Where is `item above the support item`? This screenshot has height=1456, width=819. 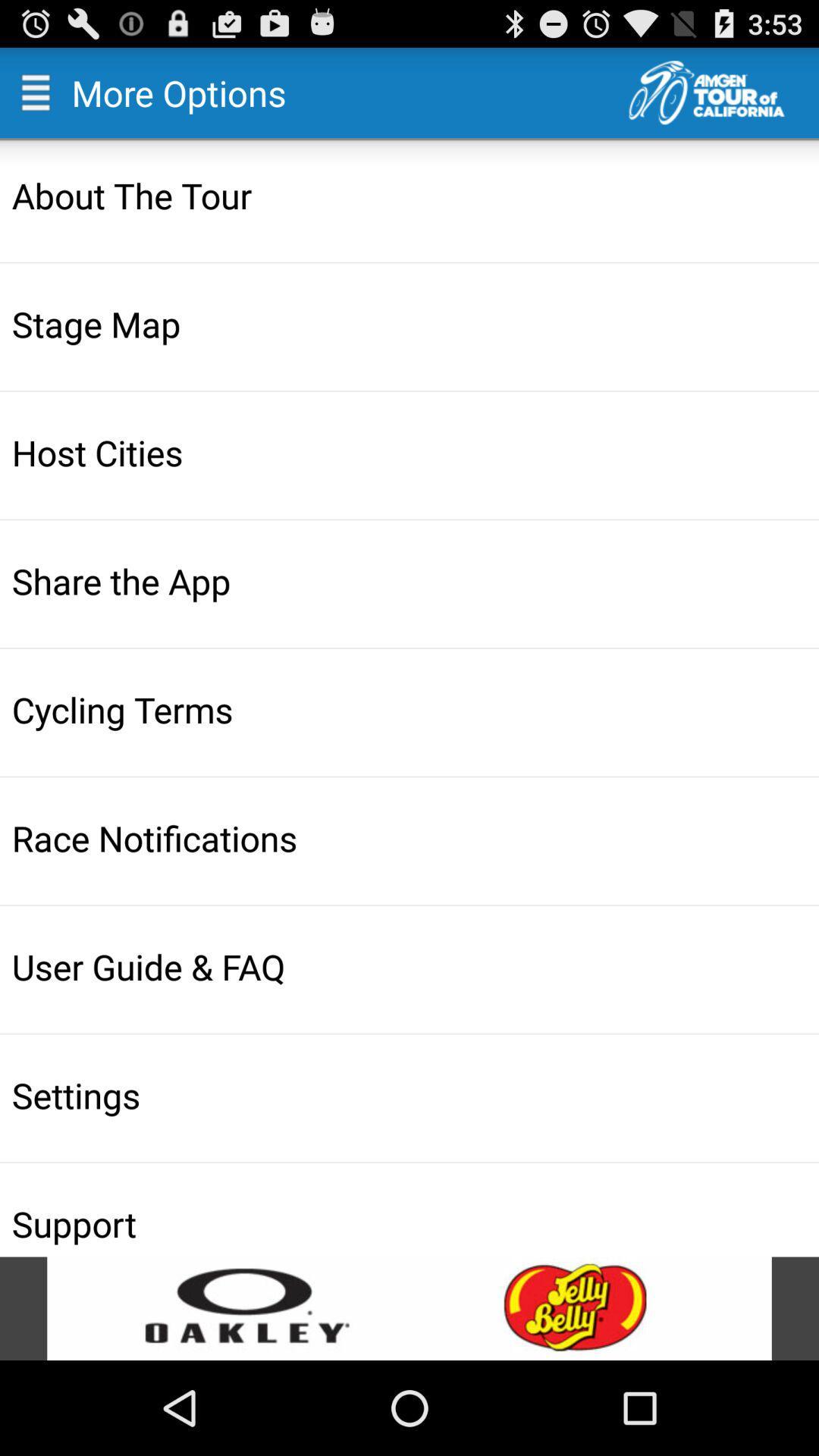
item above the support item is located at coordinates (411, 1095).